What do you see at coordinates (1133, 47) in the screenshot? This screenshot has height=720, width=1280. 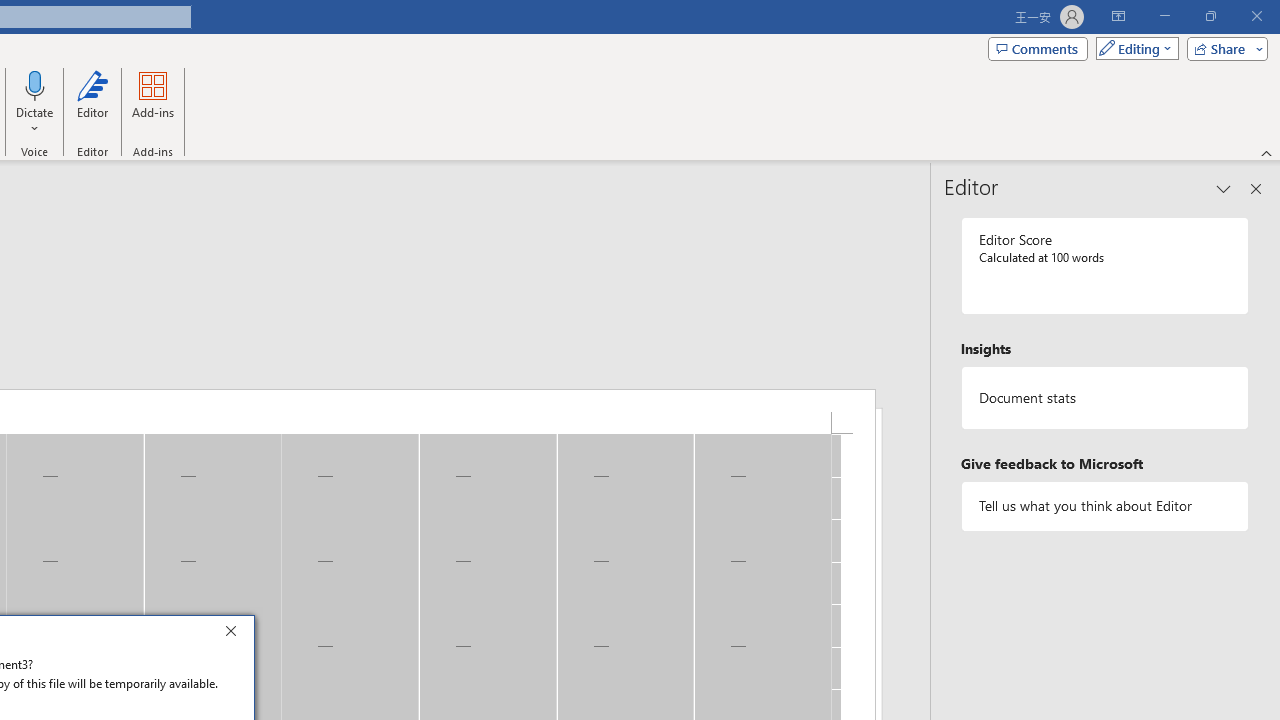 I see `'Mode'` at bounding box center [1133, 47].